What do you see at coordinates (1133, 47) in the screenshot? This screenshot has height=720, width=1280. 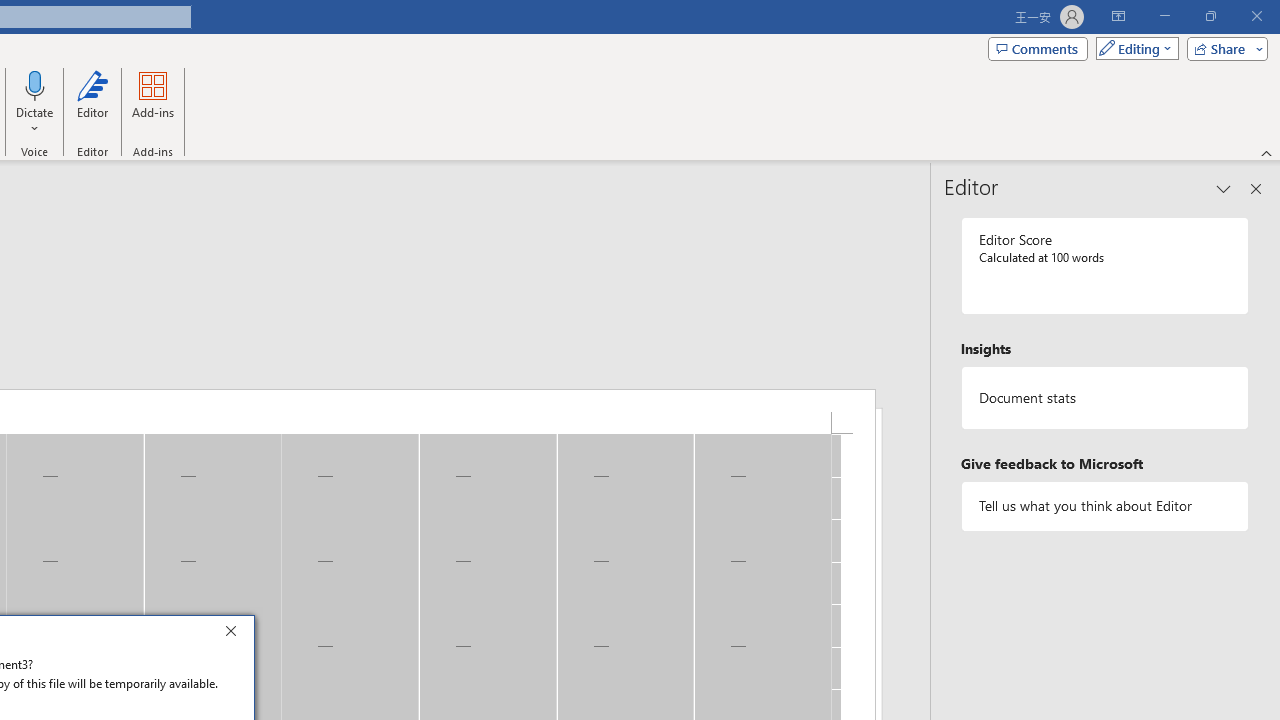 I see `'Mode'` at bounding box center [1133, 47].